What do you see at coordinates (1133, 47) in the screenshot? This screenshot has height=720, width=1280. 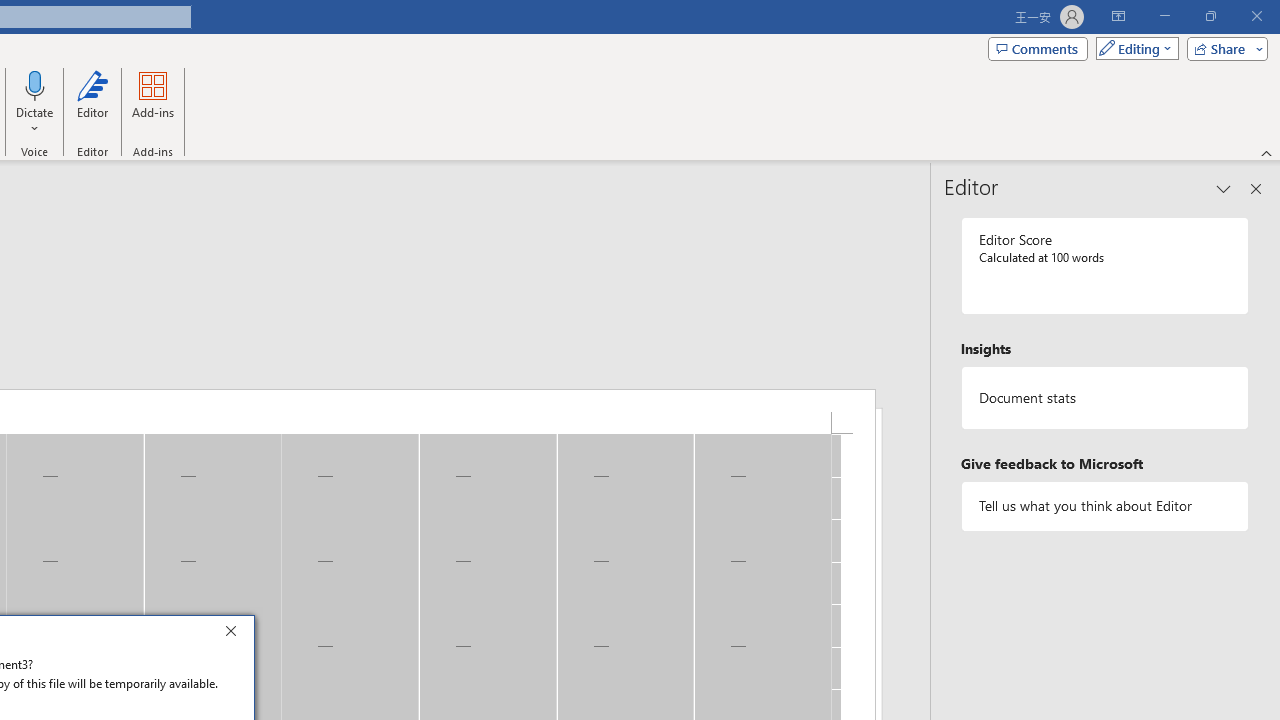 I see `'Mode'` at bounding box center [1133, 47].